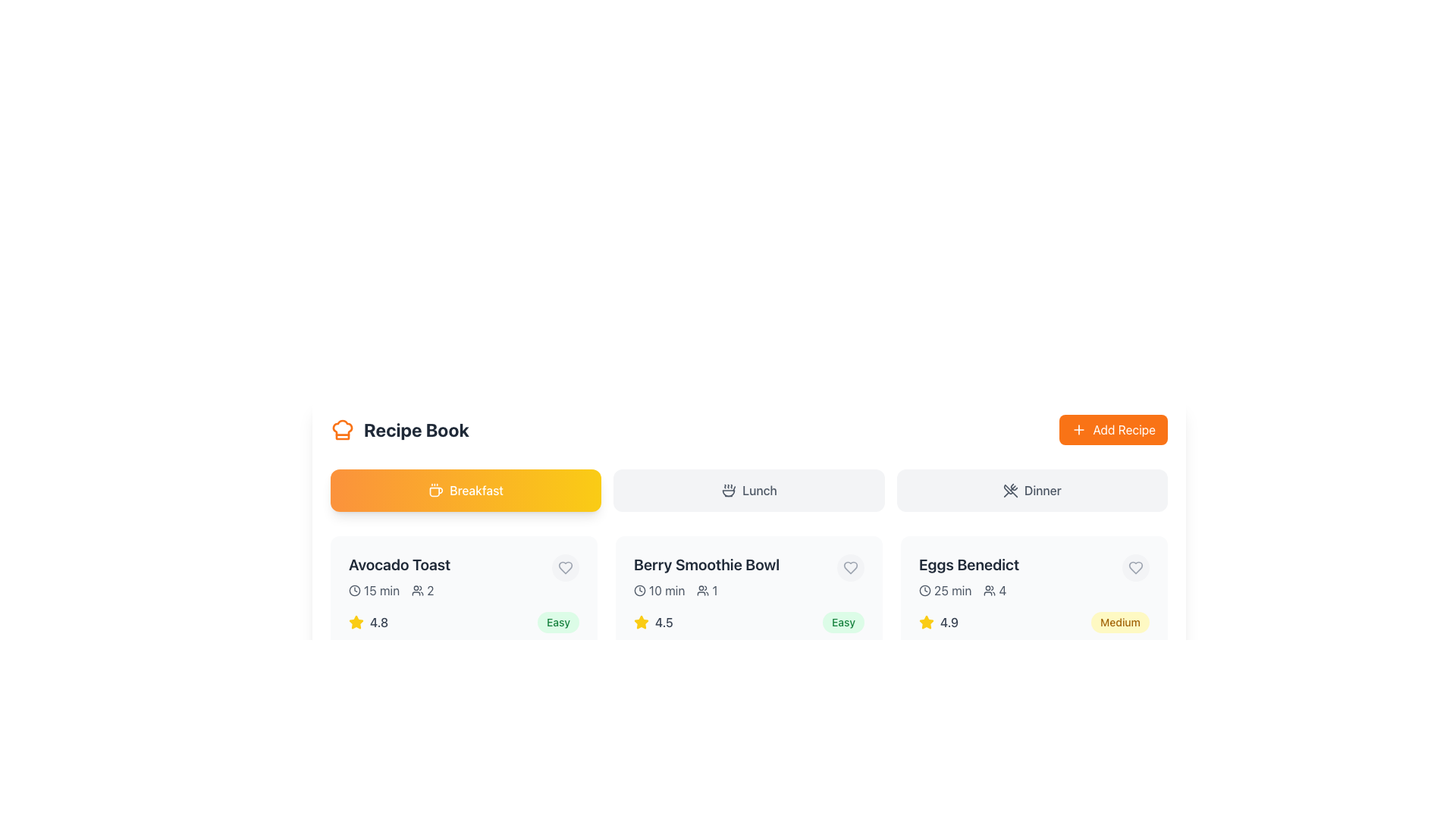 The width and height of the screenshot is (1456, 819). Describe the element at coordinates (952, 590) in the screenshot. I see `the text label displaying the preparation or cooking time for the recipe 'Eggs Benedict', located beneath its title in the dinner section of the card layout` at that location.